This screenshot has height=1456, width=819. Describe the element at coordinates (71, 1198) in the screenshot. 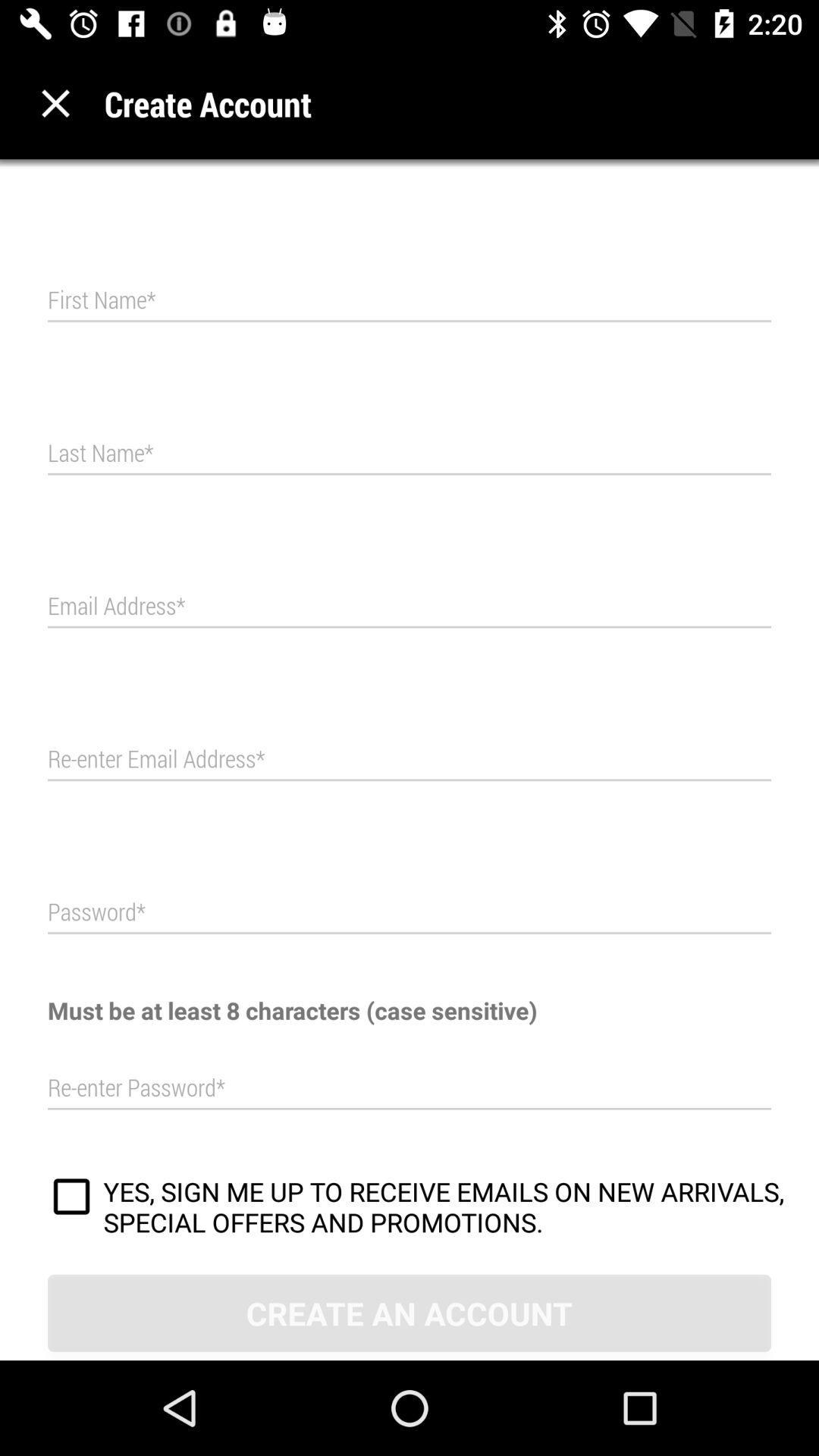

I see `to receive promotional emails` at that location.